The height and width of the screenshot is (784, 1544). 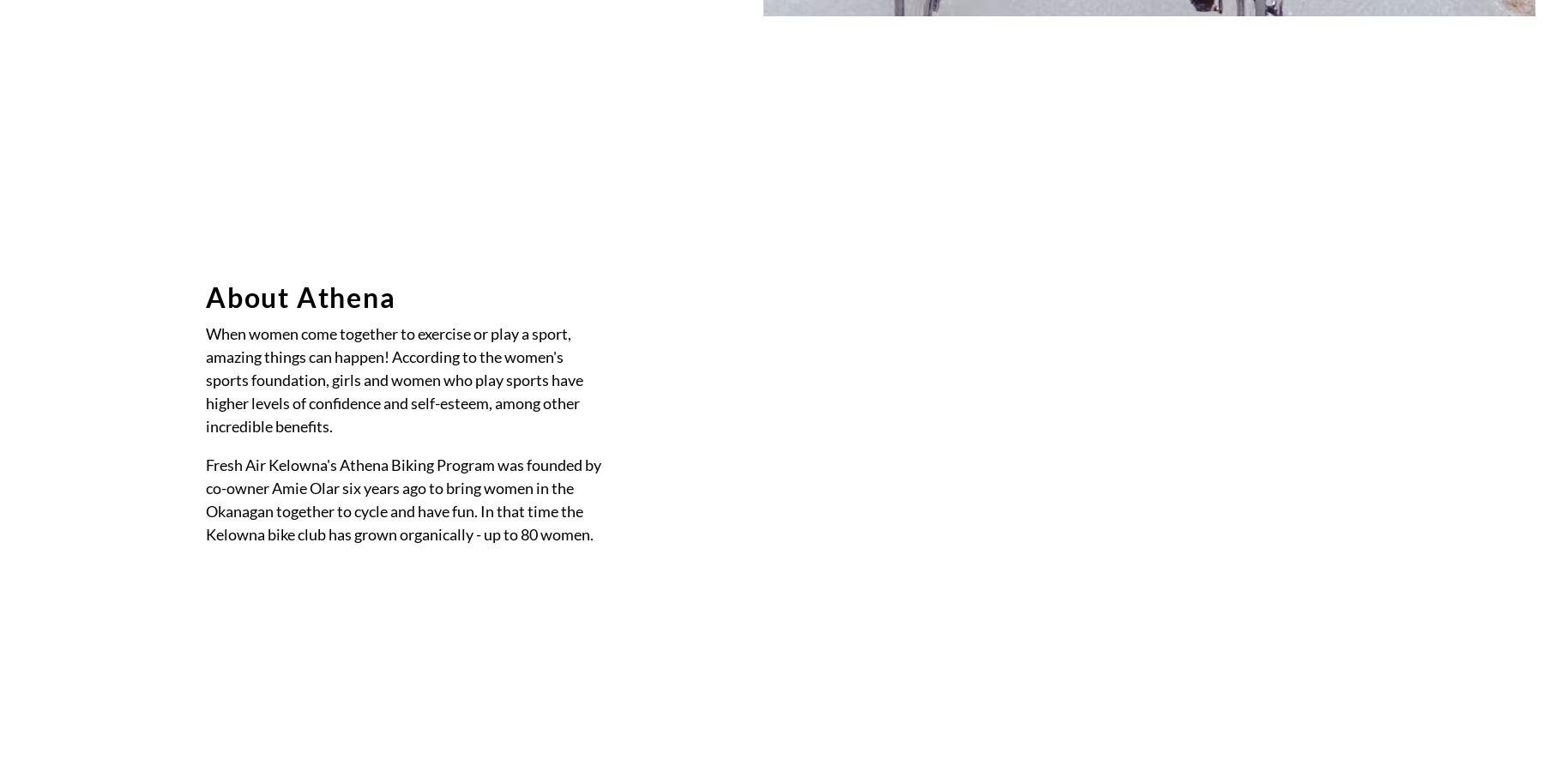 I want to click on 'Shop', so click(x=610, y=211).